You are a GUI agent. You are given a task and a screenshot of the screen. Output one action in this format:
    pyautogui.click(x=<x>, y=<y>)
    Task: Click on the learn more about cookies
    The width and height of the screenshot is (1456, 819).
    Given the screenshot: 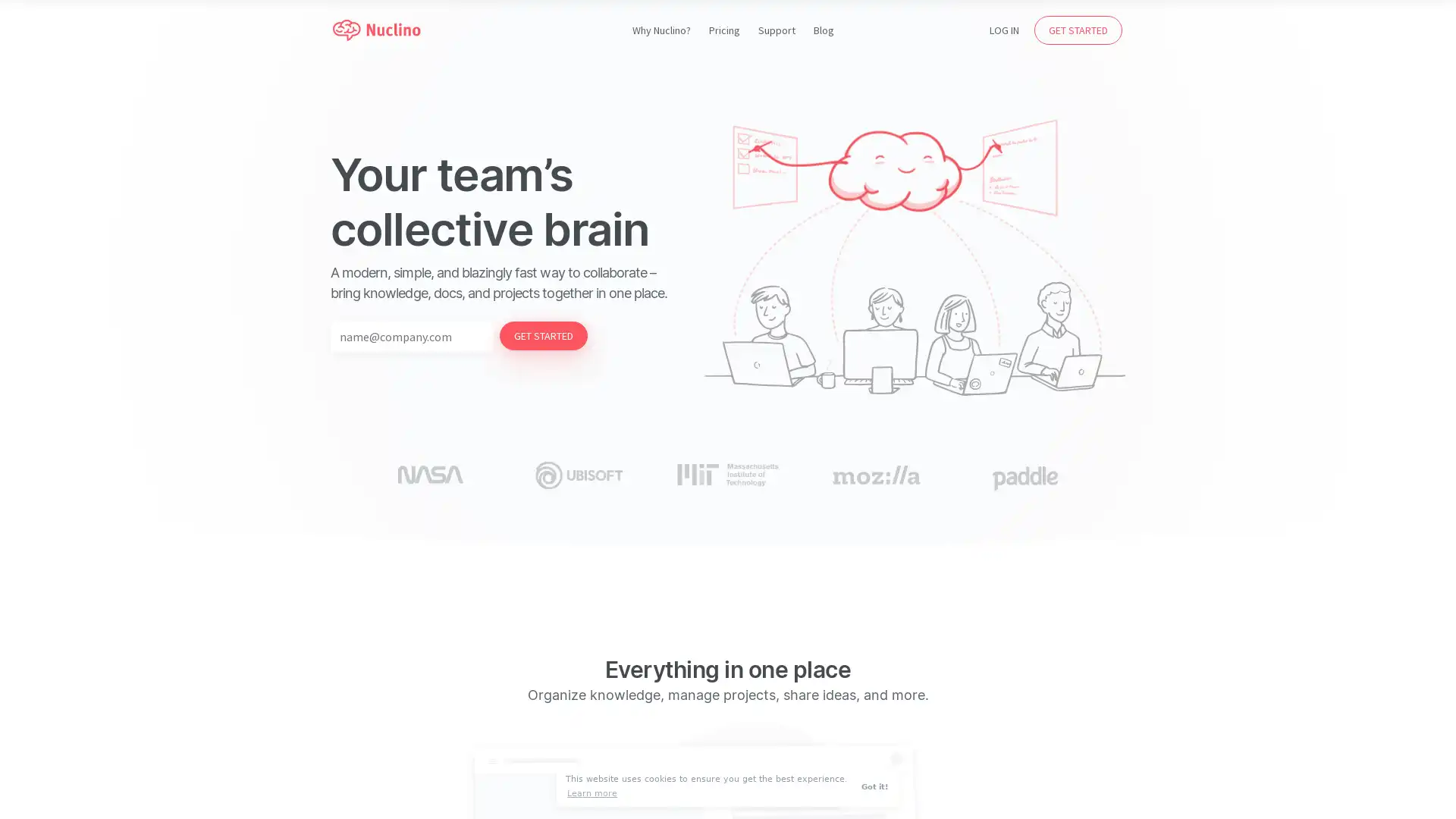 What is the action you would take?
    pyautogui.click(x=591, y=792)
    